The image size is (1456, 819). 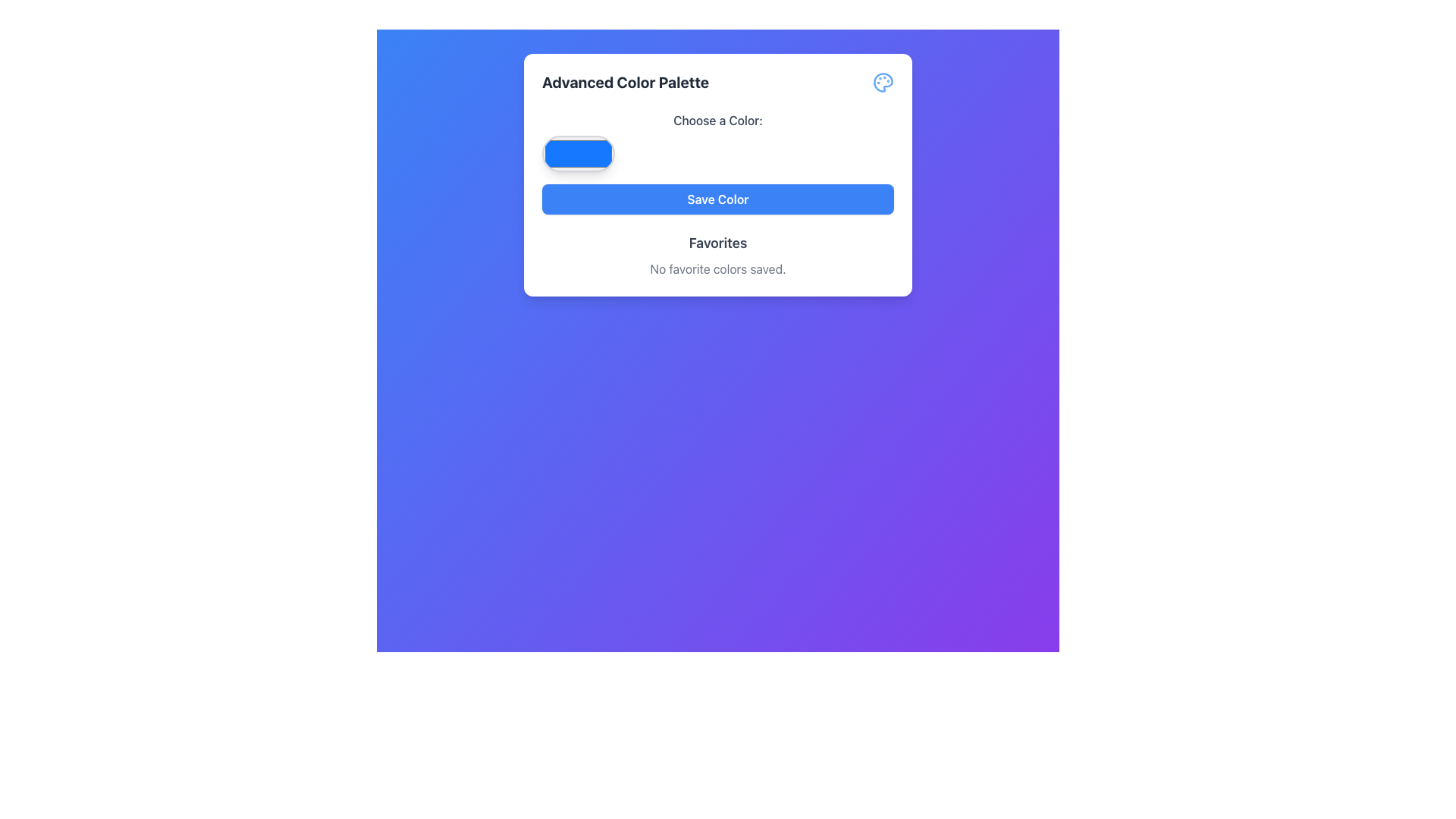 What do you see at coordinates (717, 198) in the screenshot?
I see `the prominent blue 'Save Color' button` at bounding box center [717, 198].